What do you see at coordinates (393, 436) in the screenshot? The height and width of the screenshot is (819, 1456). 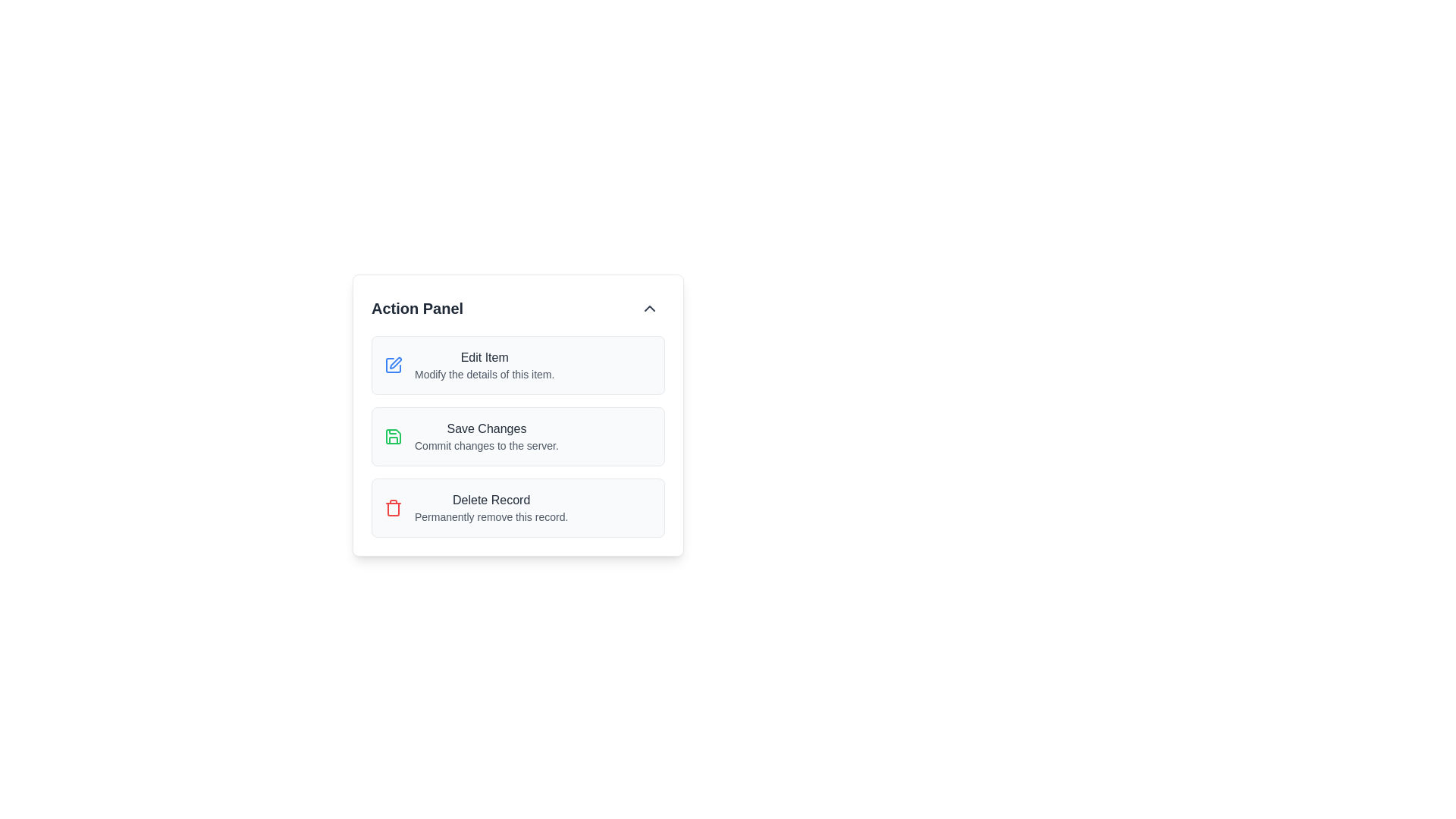 I see `the save changes icon, which serves as a visual cue in the user interface, located in the Action Panel to the left of the text labels` at bounding box center [393, 436].